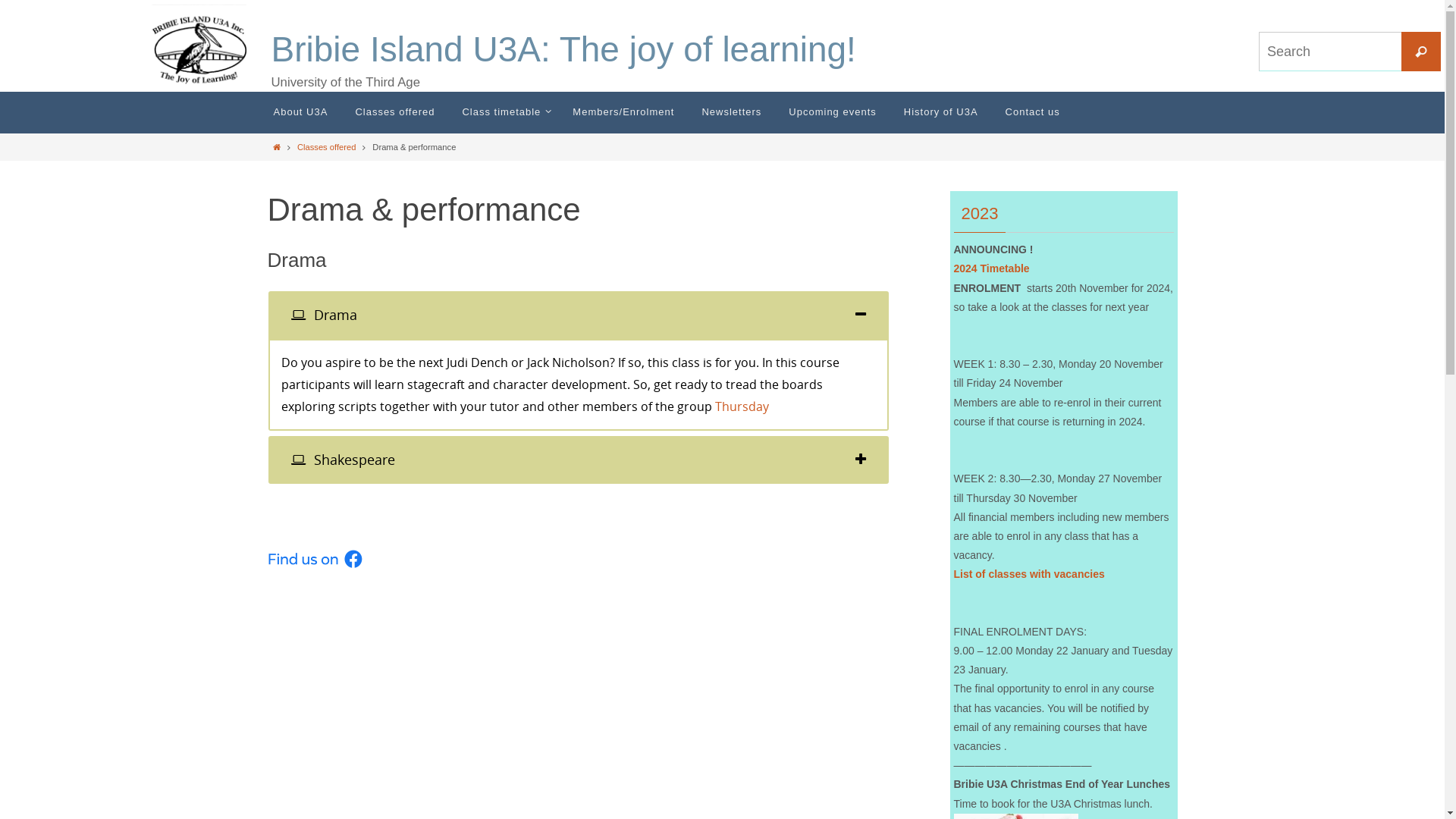 The width and height of the screenshot is (1456, 819). I want to click on 'Thursday', so click(713, 406).